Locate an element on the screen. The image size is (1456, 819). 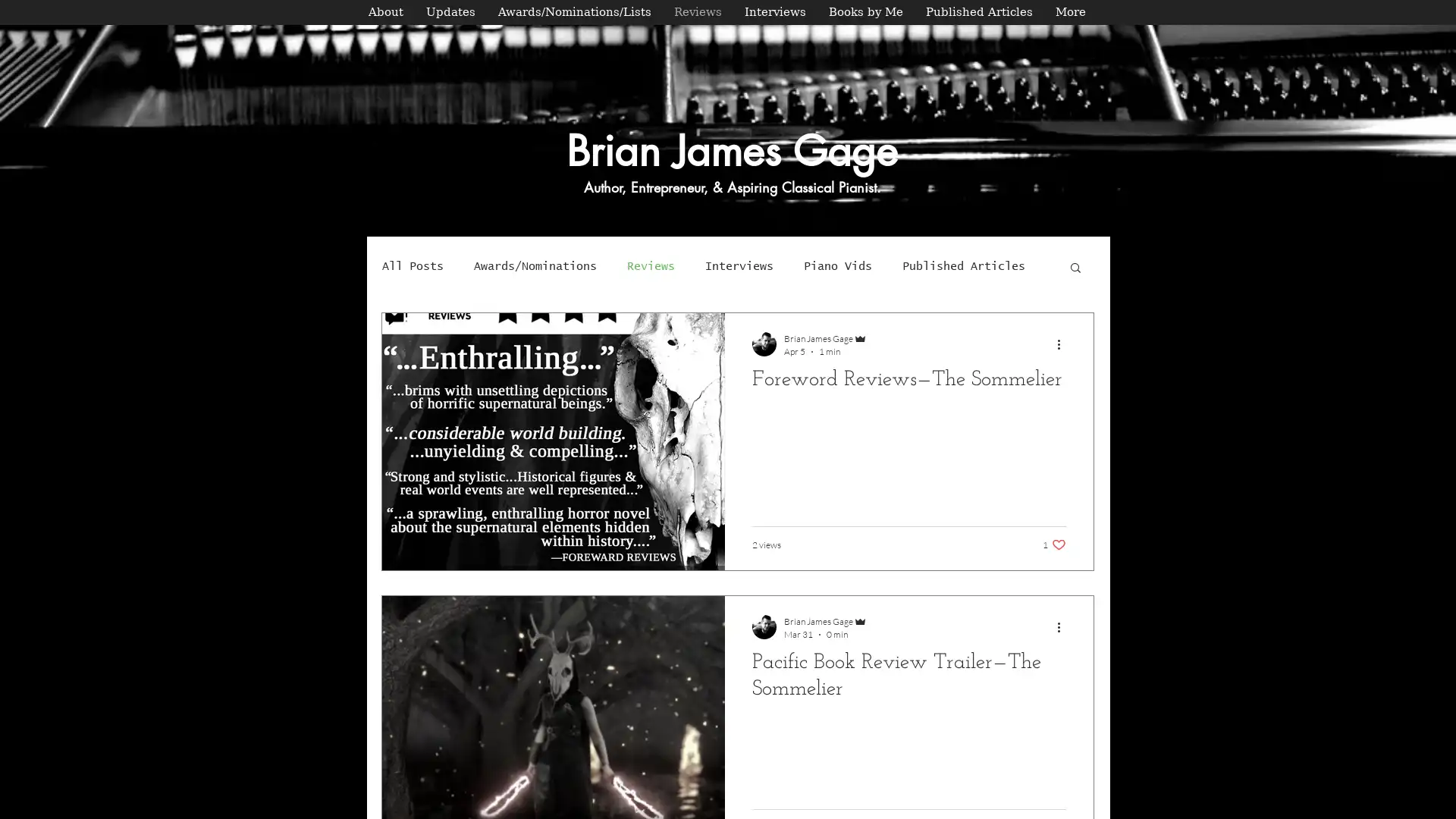
1 like. Post not marked as liked is located at coordinates (1053, 544).